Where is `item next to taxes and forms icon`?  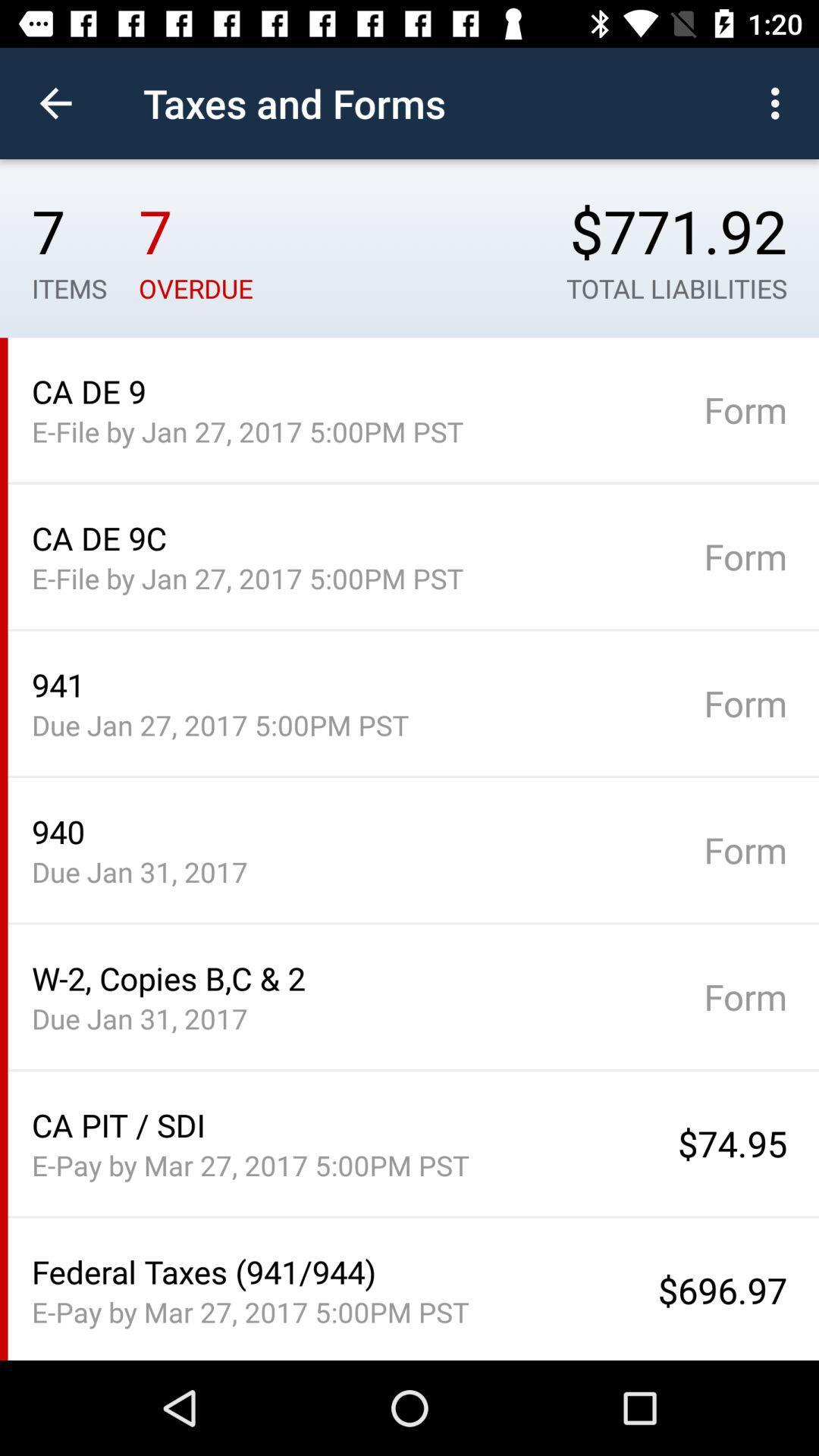 item next to taxes and forms icon is located at coordinates (779, 102).